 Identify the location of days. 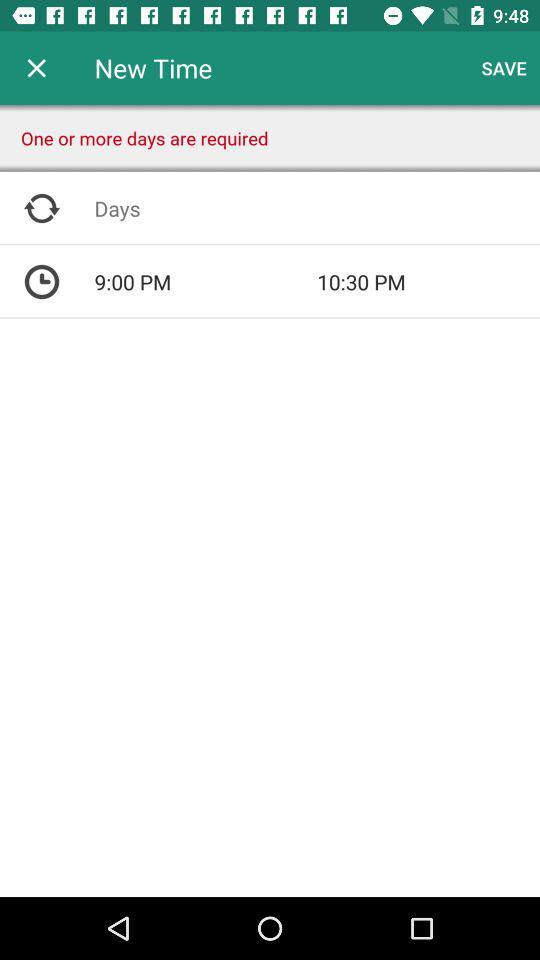
(317, 208).